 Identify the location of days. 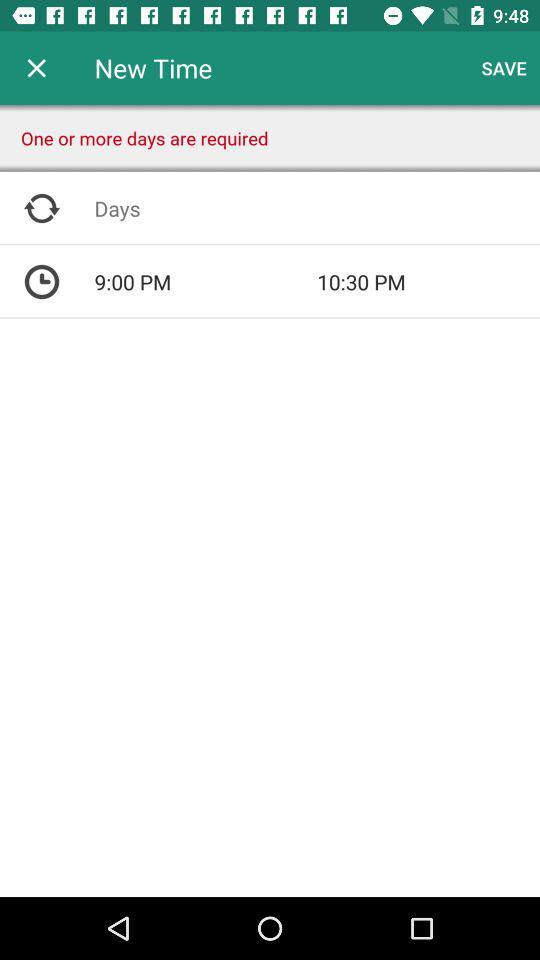
(317, 208).